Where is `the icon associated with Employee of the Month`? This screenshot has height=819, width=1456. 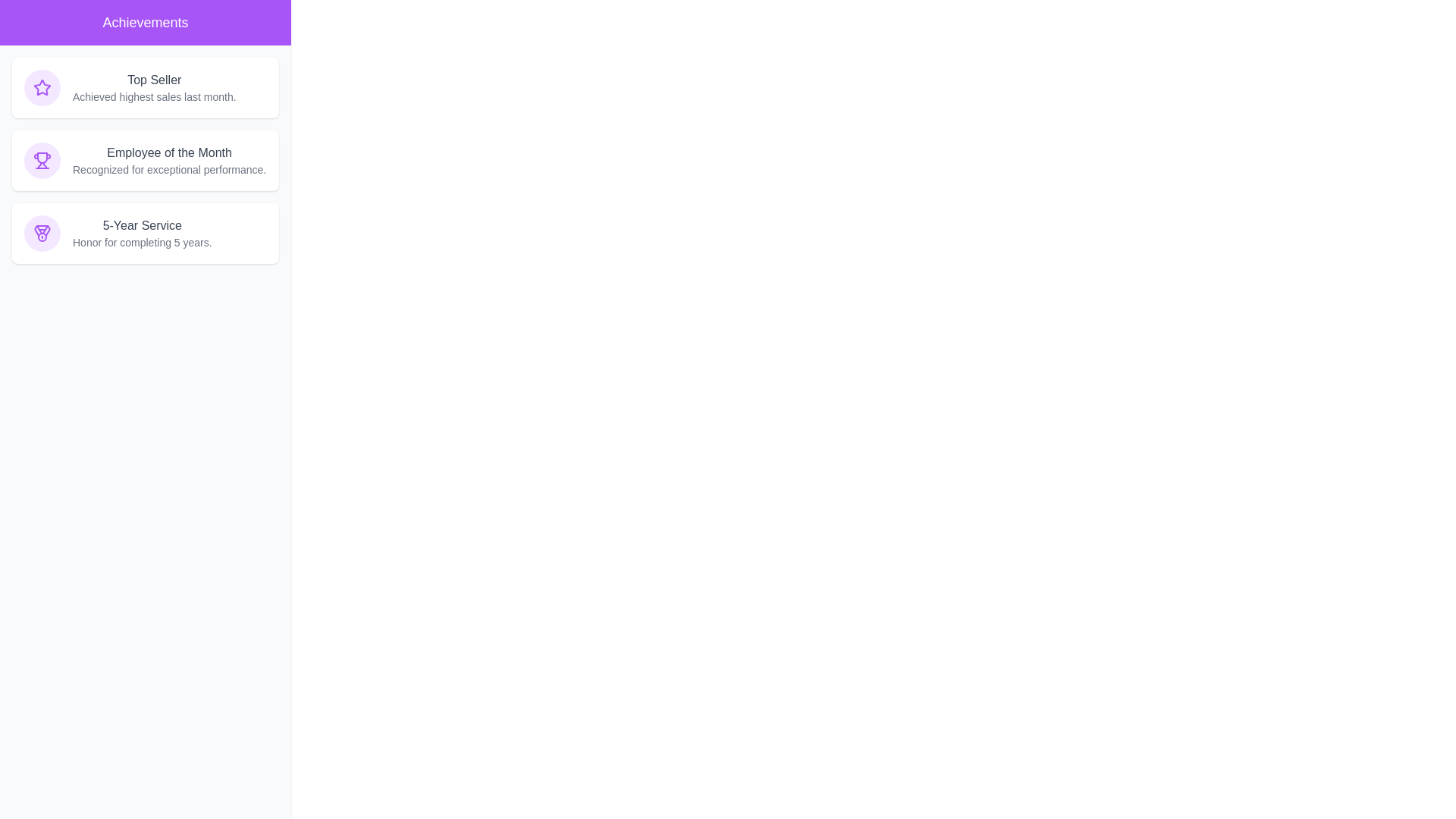
the icon associated with Employee of the Month is located at coordinates (42, 161).